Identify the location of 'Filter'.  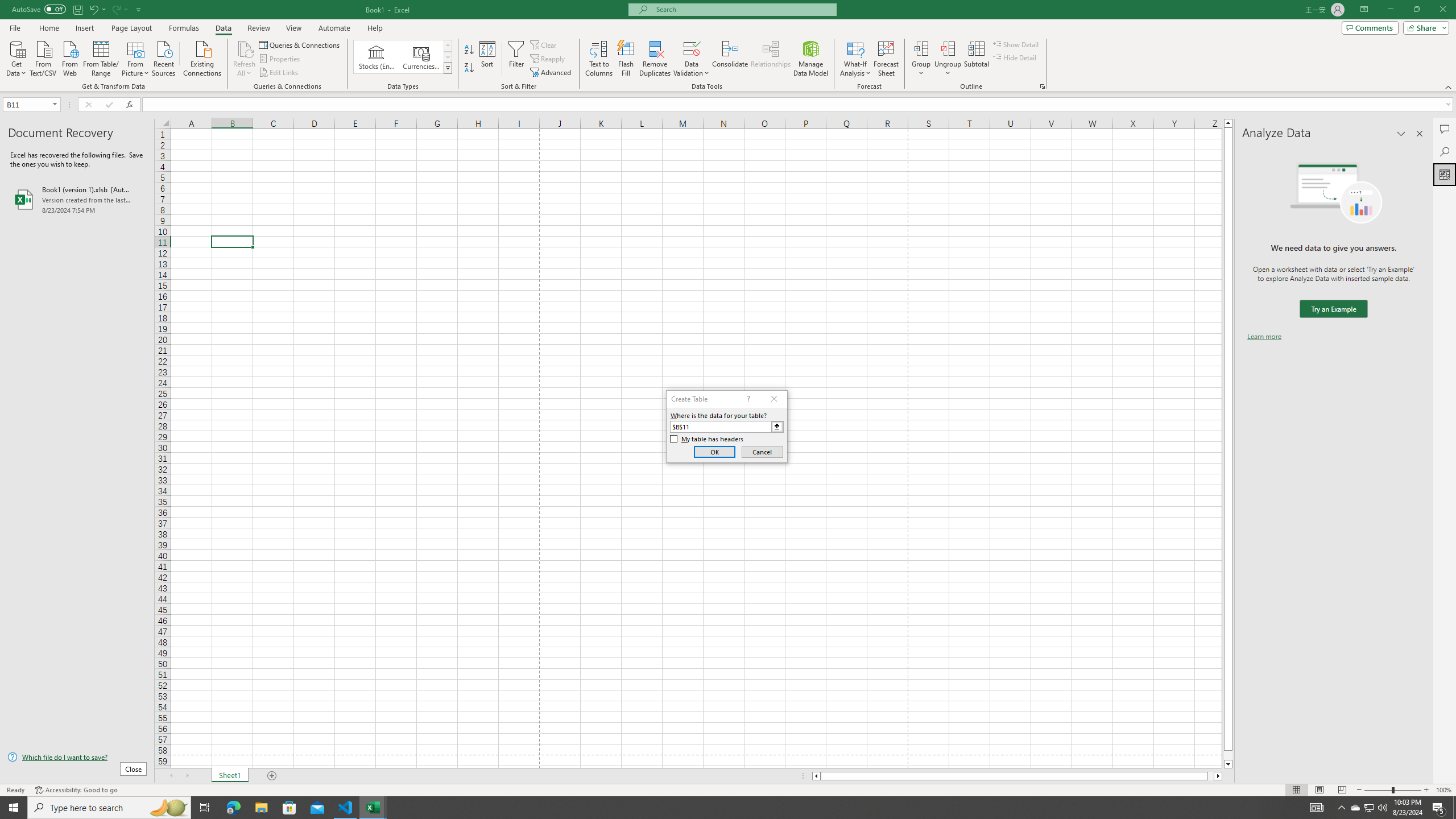
(515, 59).